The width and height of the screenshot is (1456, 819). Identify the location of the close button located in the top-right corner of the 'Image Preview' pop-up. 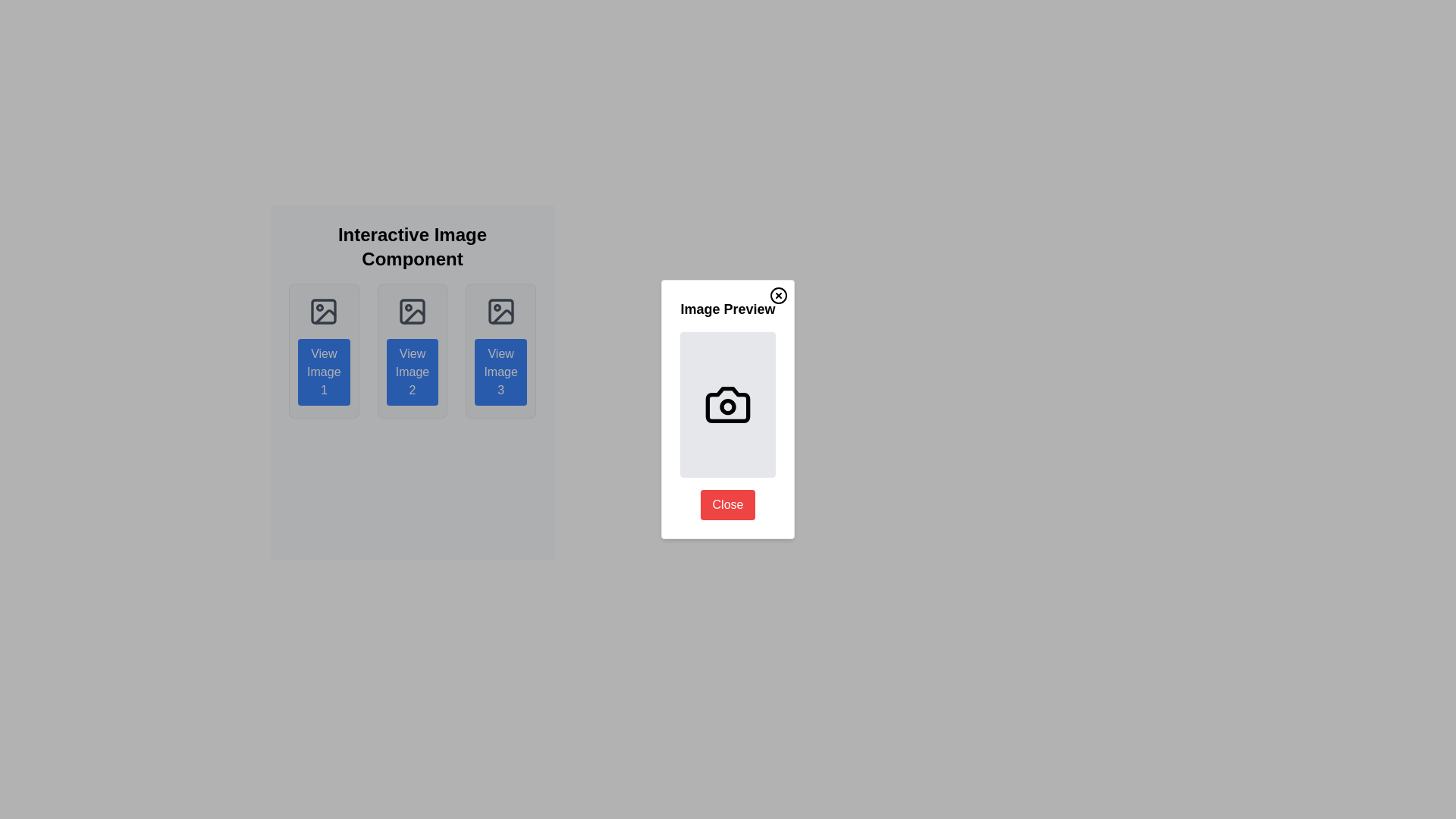
(778, 295).